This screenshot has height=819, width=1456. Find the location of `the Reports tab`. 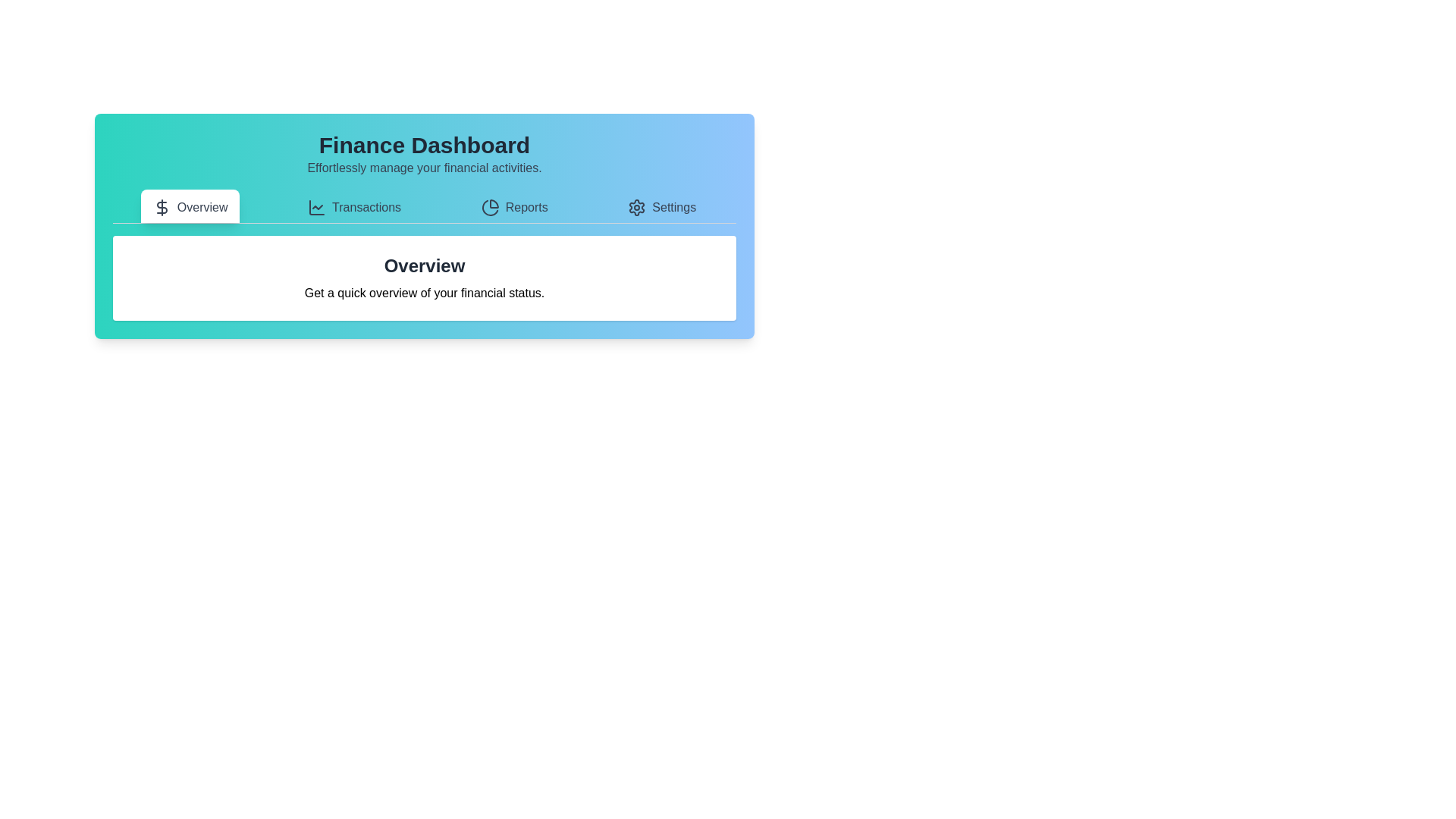

the Reports tab is located at coordinates (513, 206).